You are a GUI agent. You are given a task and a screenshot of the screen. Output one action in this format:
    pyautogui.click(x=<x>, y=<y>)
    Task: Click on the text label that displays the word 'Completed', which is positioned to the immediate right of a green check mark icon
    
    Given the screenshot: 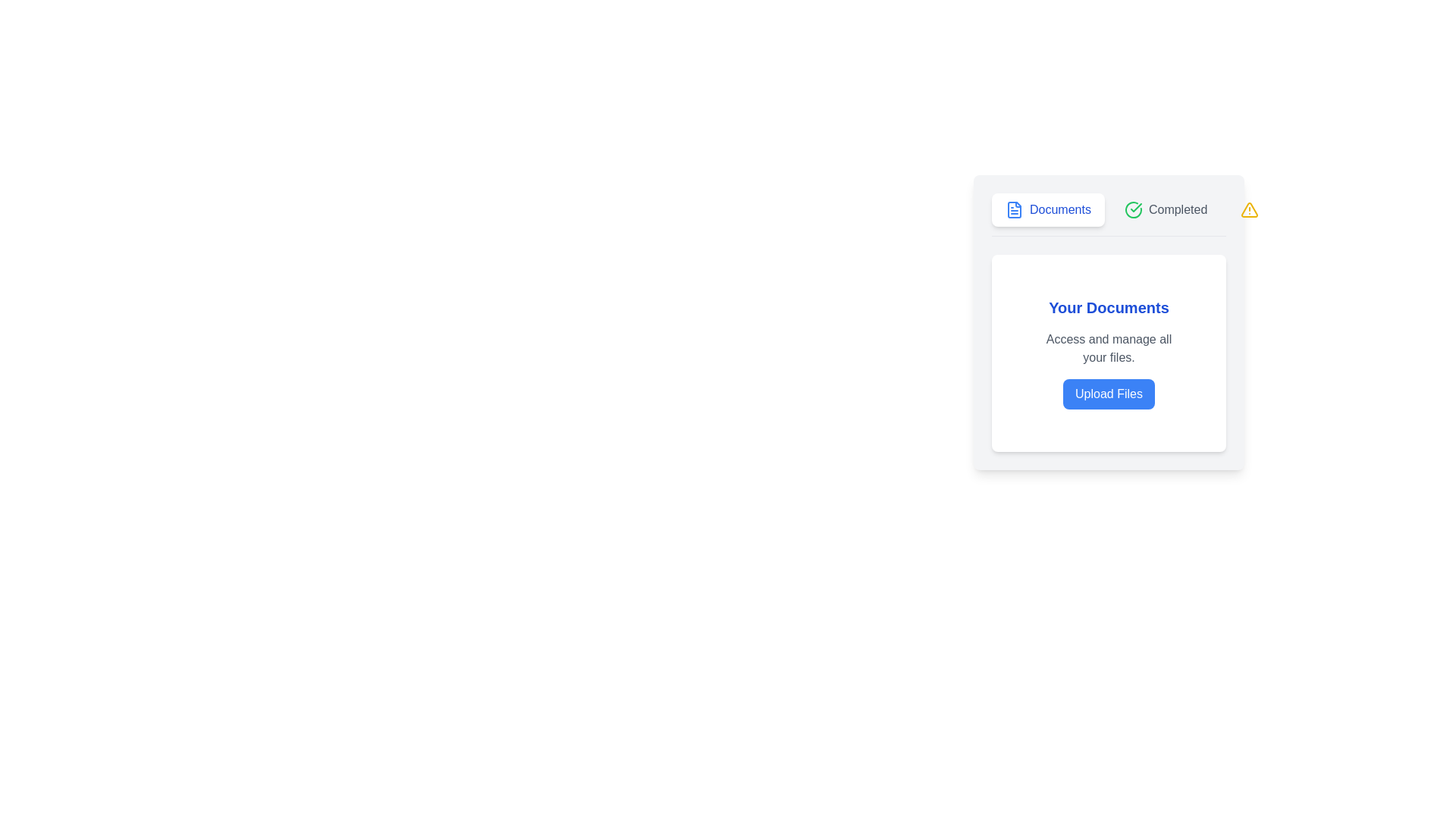 What is the action you would take?
    pyautogui.click(x=1177, y=210)
    